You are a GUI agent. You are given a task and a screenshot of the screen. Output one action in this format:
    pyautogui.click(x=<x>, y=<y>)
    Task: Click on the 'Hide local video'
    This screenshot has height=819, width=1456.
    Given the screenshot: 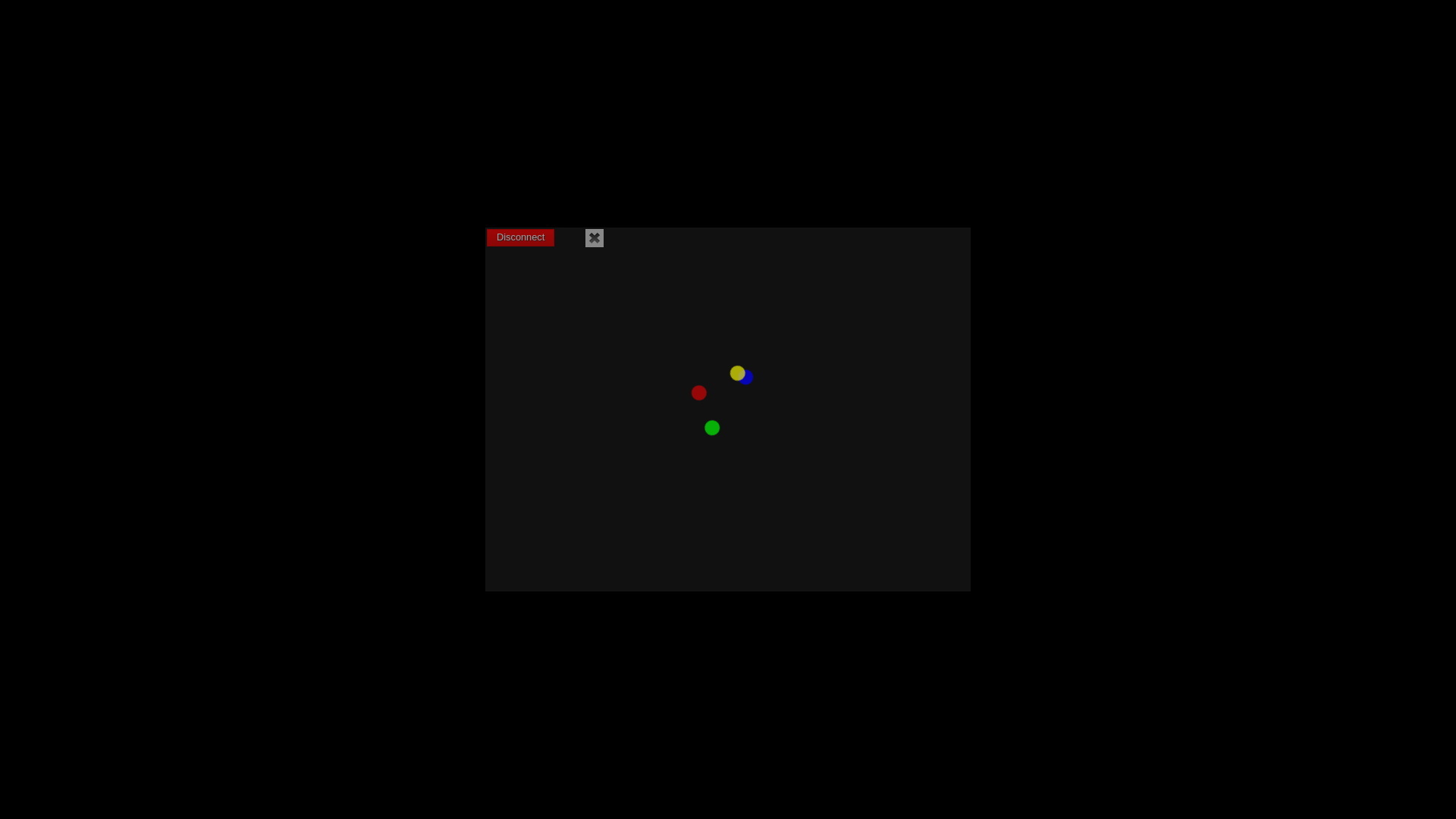 What is the action you would take?
    pyautogui.click(x=593, y=237)
    